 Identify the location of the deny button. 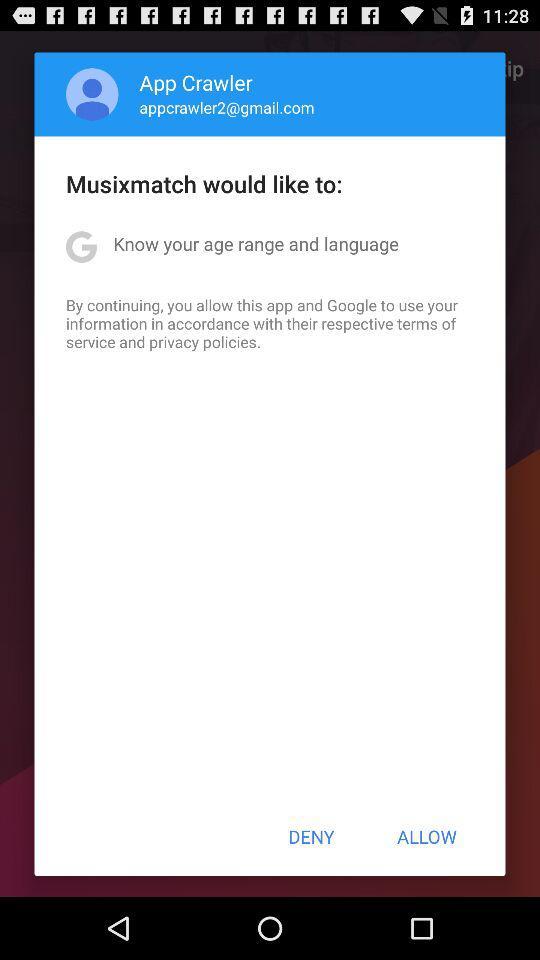
(311, 836).